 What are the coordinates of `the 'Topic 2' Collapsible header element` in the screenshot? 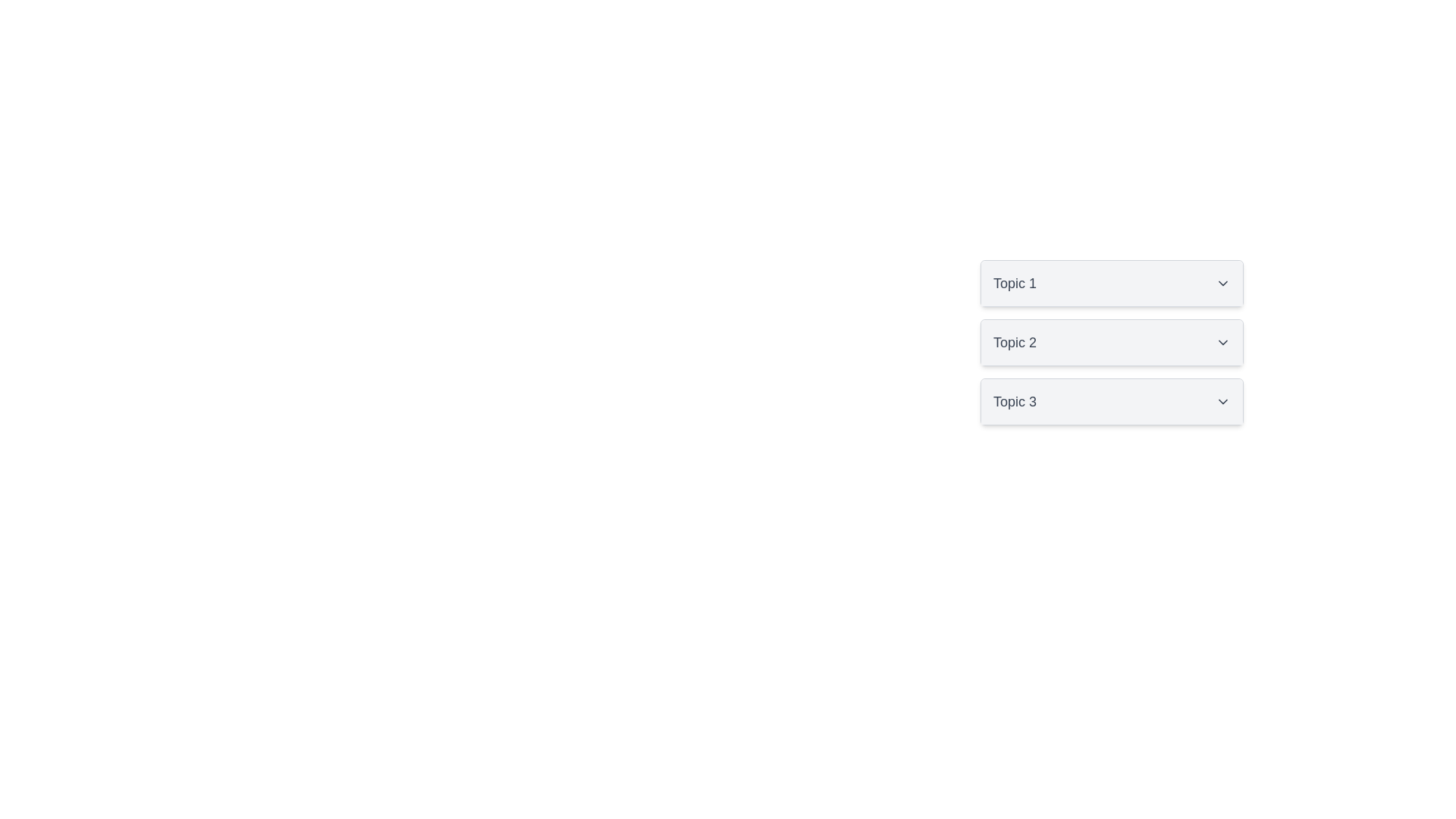 It's located at (1112, 348).